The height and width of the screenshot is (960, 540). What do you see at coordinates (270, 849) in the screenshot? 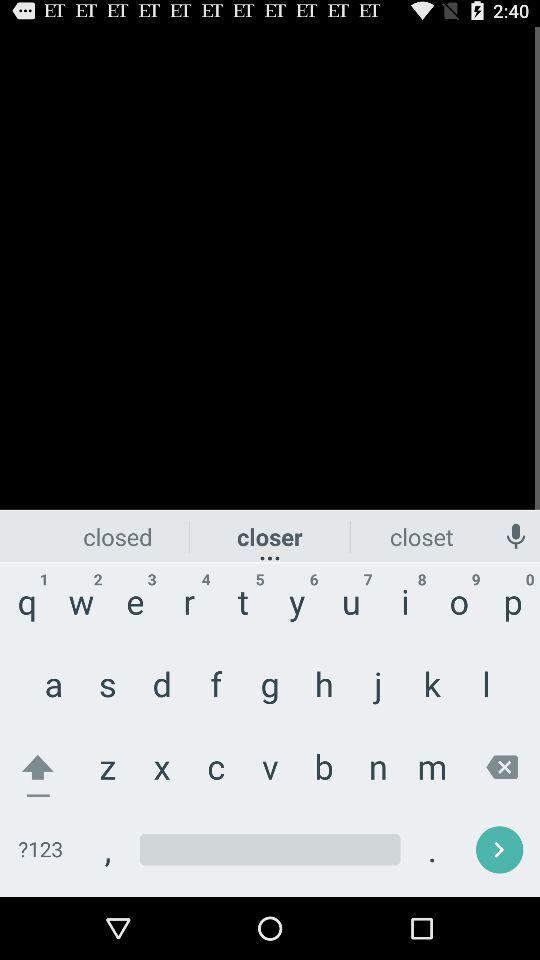
I see `search the site` at bounding box center [270, 849].